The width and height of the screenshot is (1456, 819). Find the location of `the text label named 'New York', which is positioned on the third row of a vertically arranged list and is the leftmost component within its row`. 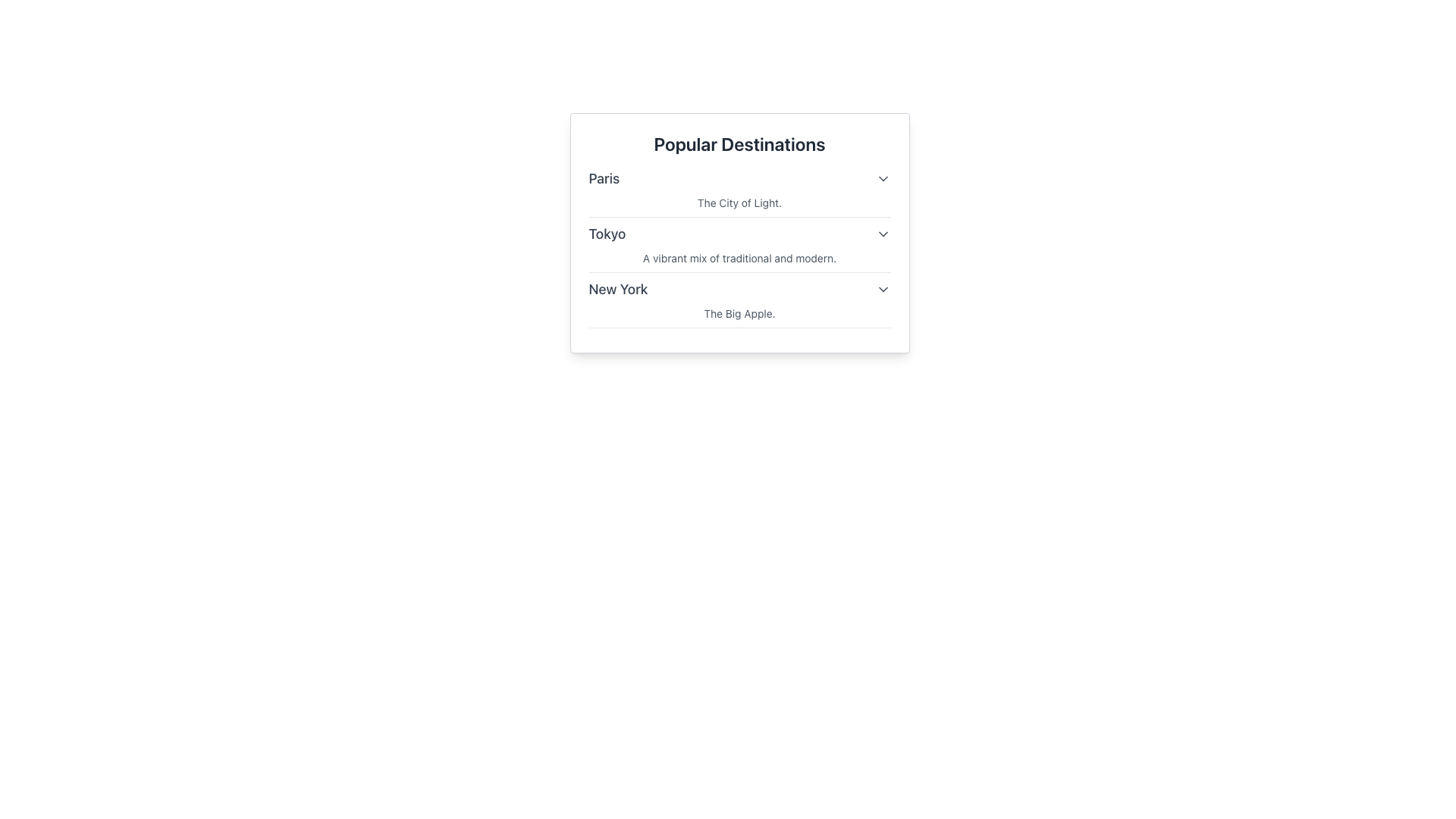

the text label named 'New York', which is positioned on the third row of a vertically arranged list and is the leftmost component within its row is located at coordinates (618, 289).